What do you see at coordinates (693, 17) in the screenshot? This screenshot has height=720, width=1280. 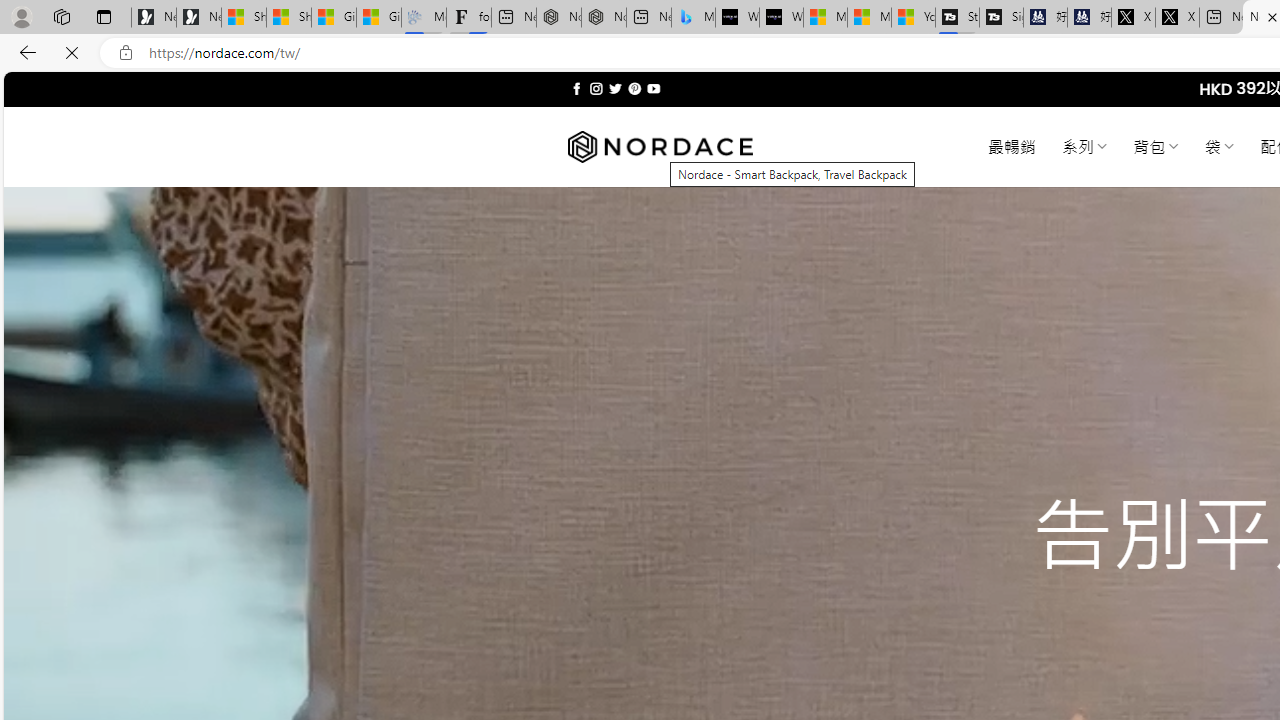 I see `'Microsoft Bing Travel - Shangri-La Hotel Bangkok'` at bounding box center [693, 17].